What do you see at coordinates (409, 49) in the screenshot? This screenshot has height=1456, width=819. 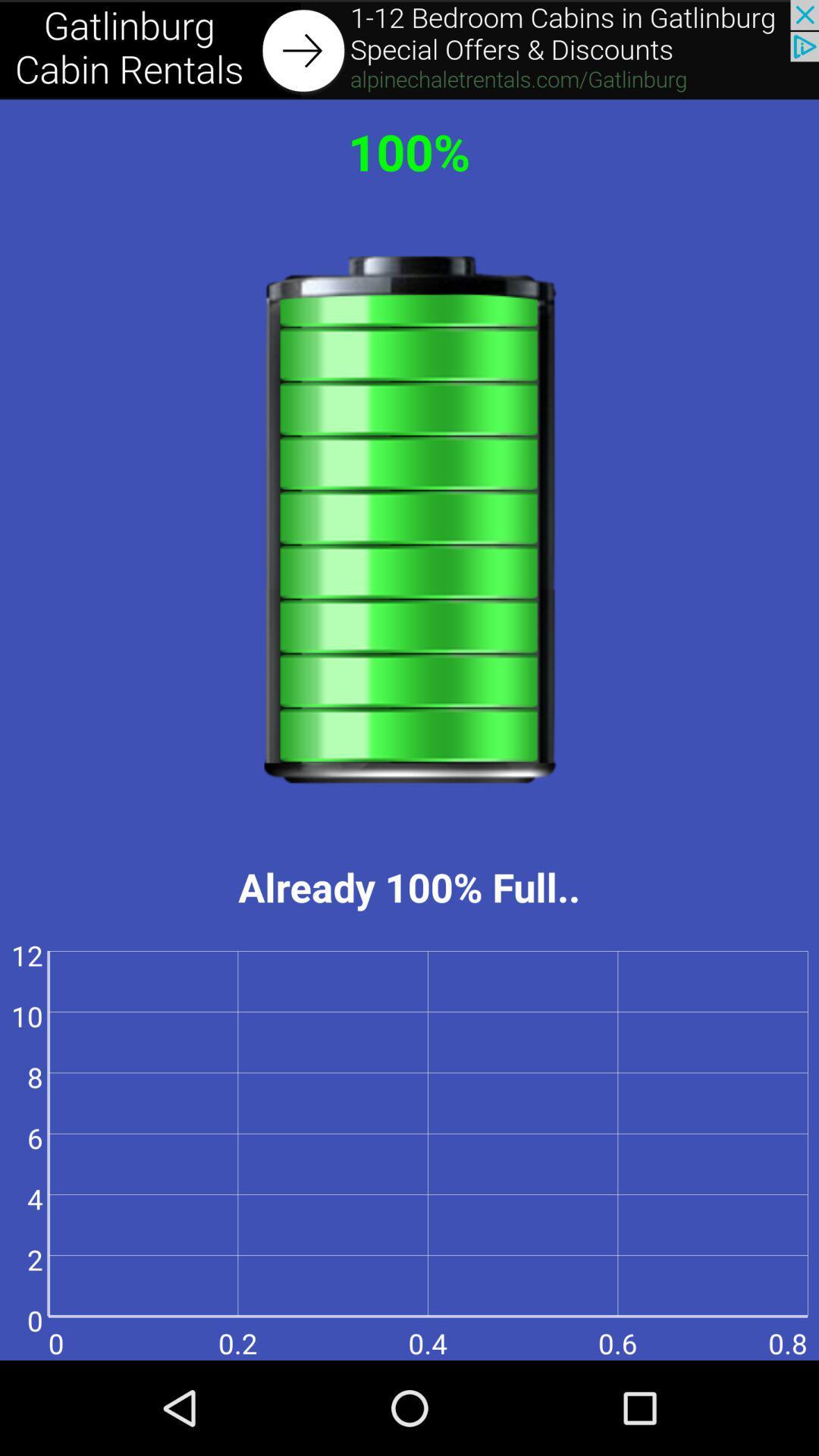 I see `go back` at bounding box center [409, 49].